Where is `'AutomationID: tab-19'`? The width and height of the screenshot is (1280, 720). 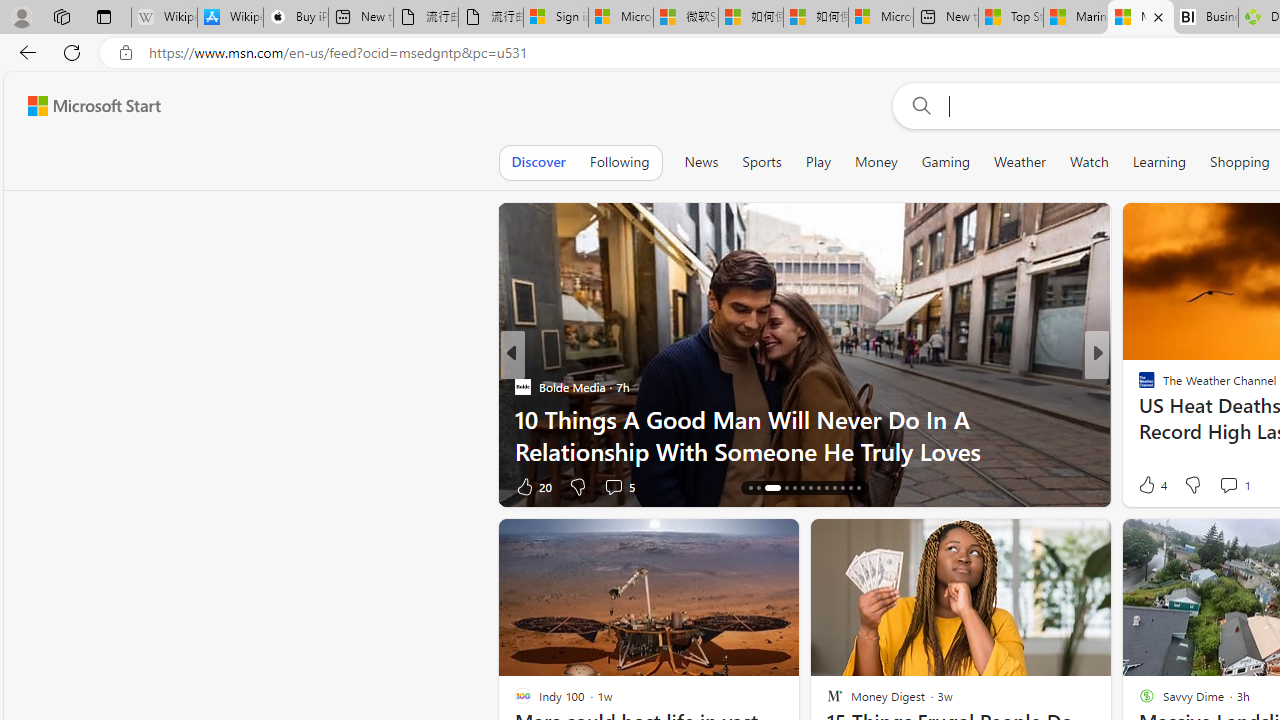
'AutomationID: tab-19' is located at coordinates (801, 488).